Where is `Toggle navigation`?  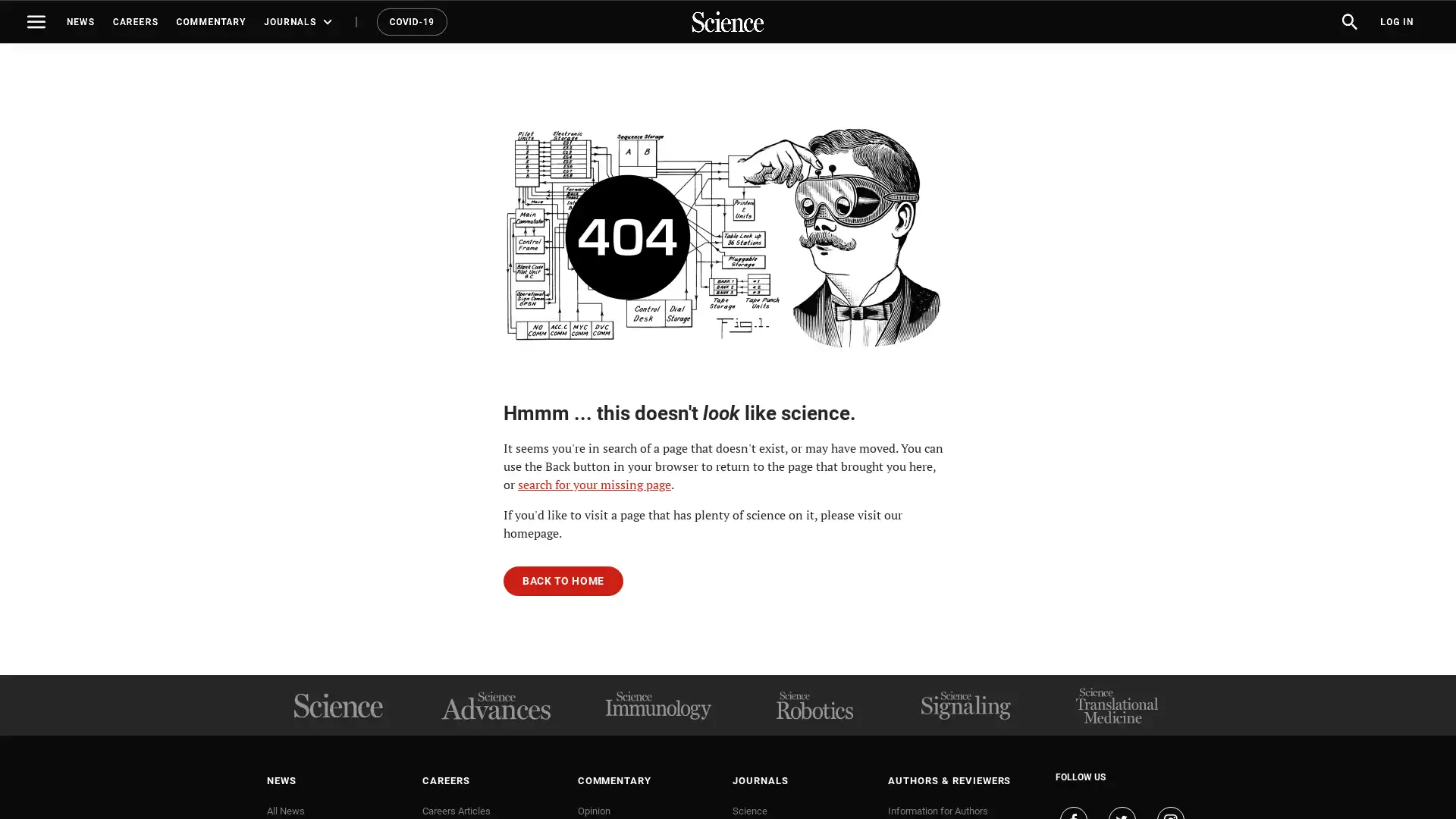 Toggle navigation is located at coordinates (36, 22).